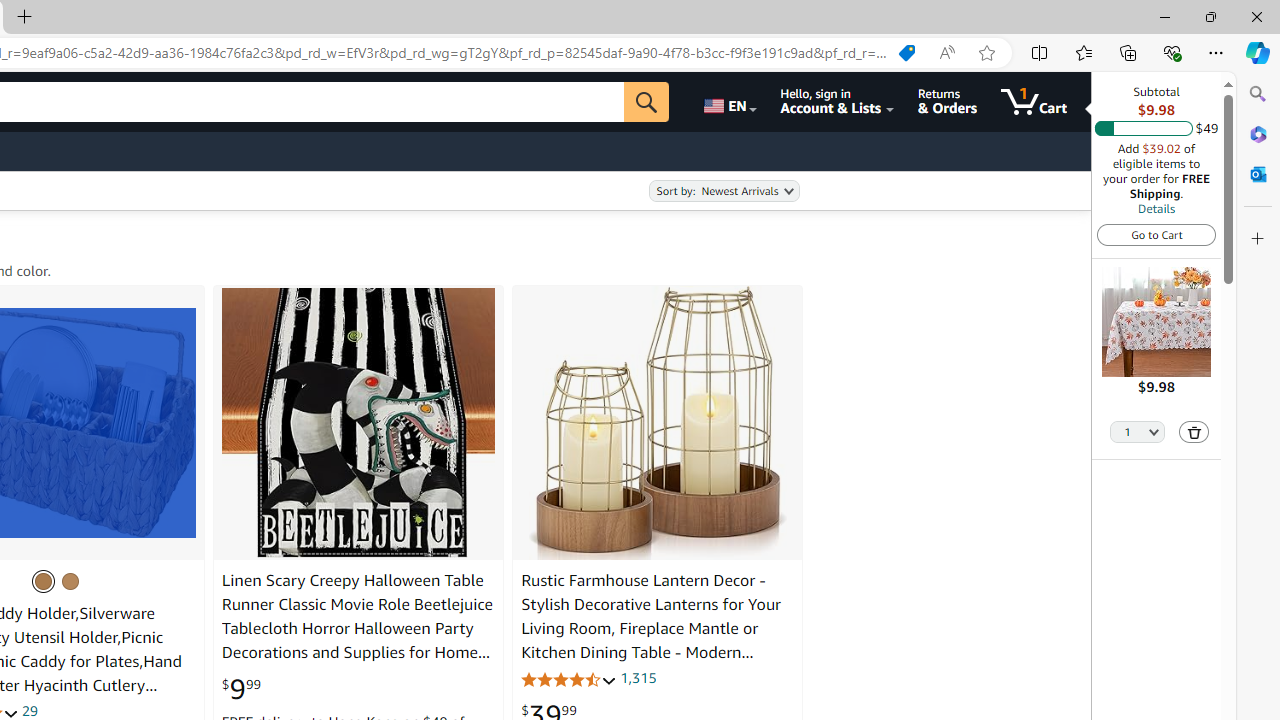  What do you see at coordinates (1194, 430) in the screenshot?
I see `'Delete'` at bounding box center [1194, 430].